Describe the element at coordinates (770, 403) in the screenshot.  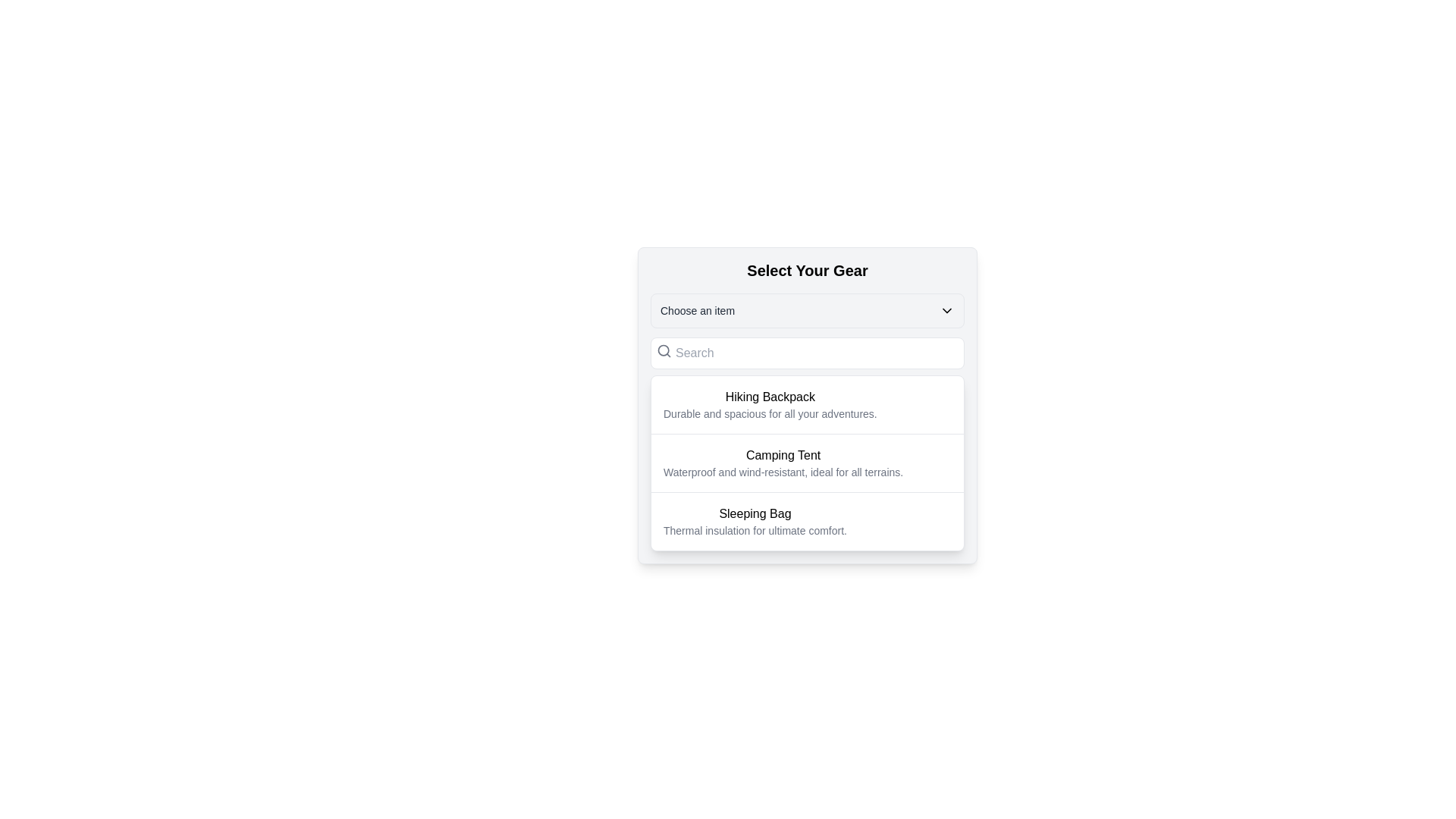
I see `title and description of the selectable item titled 'Hiking Backpack' located in the dropdown 'Select Your Gear', which is the first item in the list` at that location.